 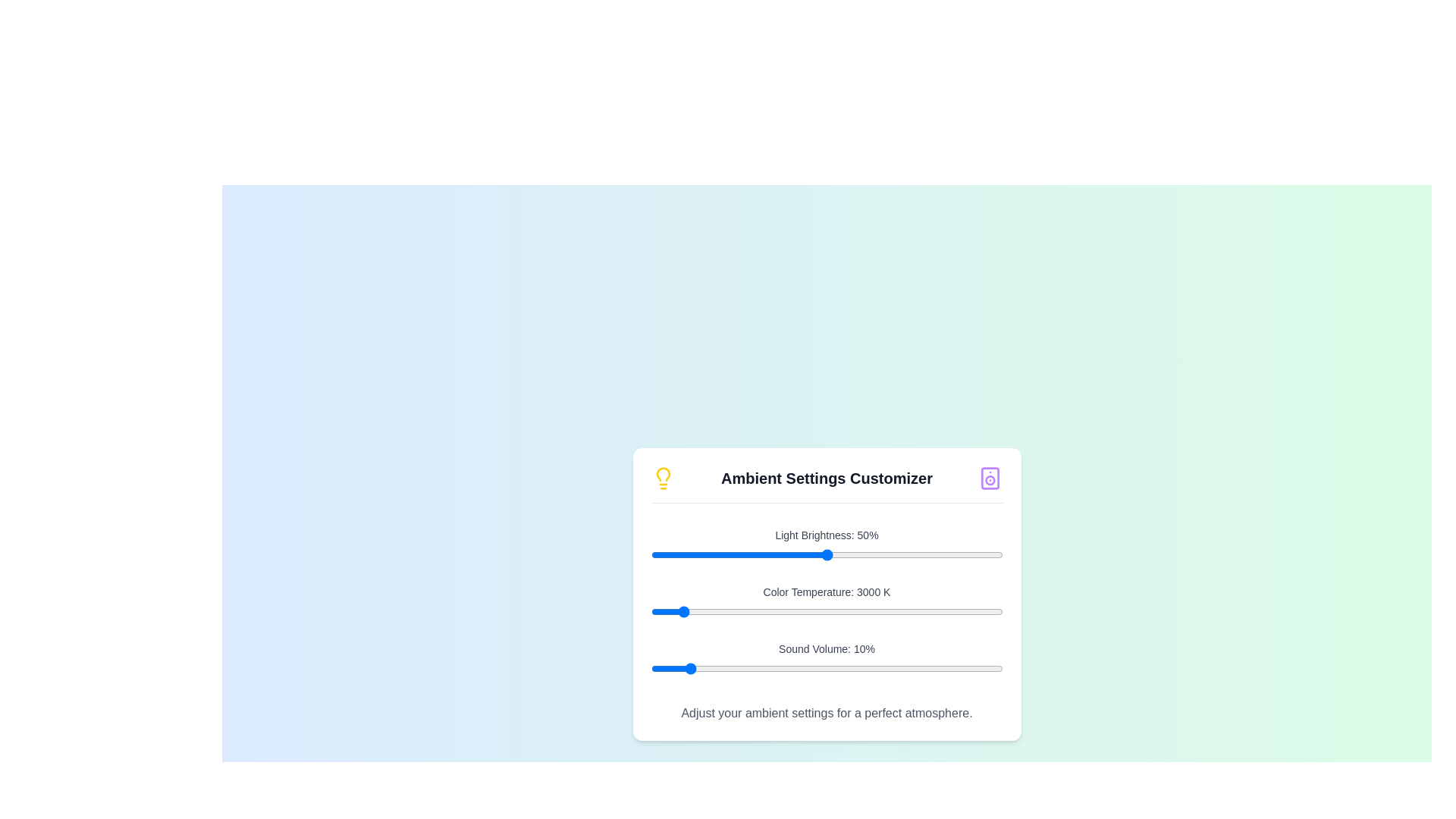 I want to click on color temperature, so click(x=839, y=610).